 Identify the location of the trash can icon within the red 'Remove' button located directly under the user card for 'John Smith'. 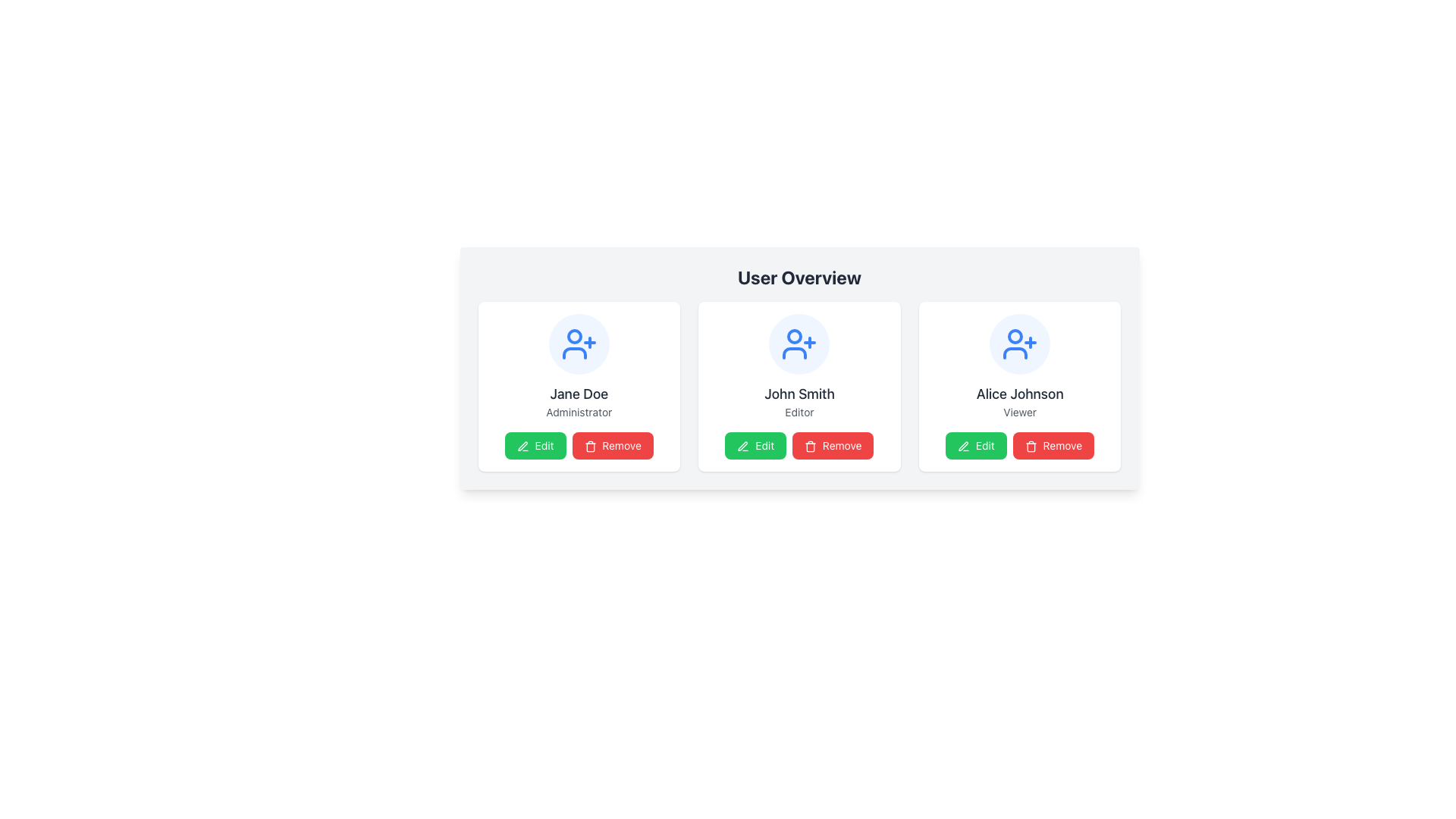
(810, 446).